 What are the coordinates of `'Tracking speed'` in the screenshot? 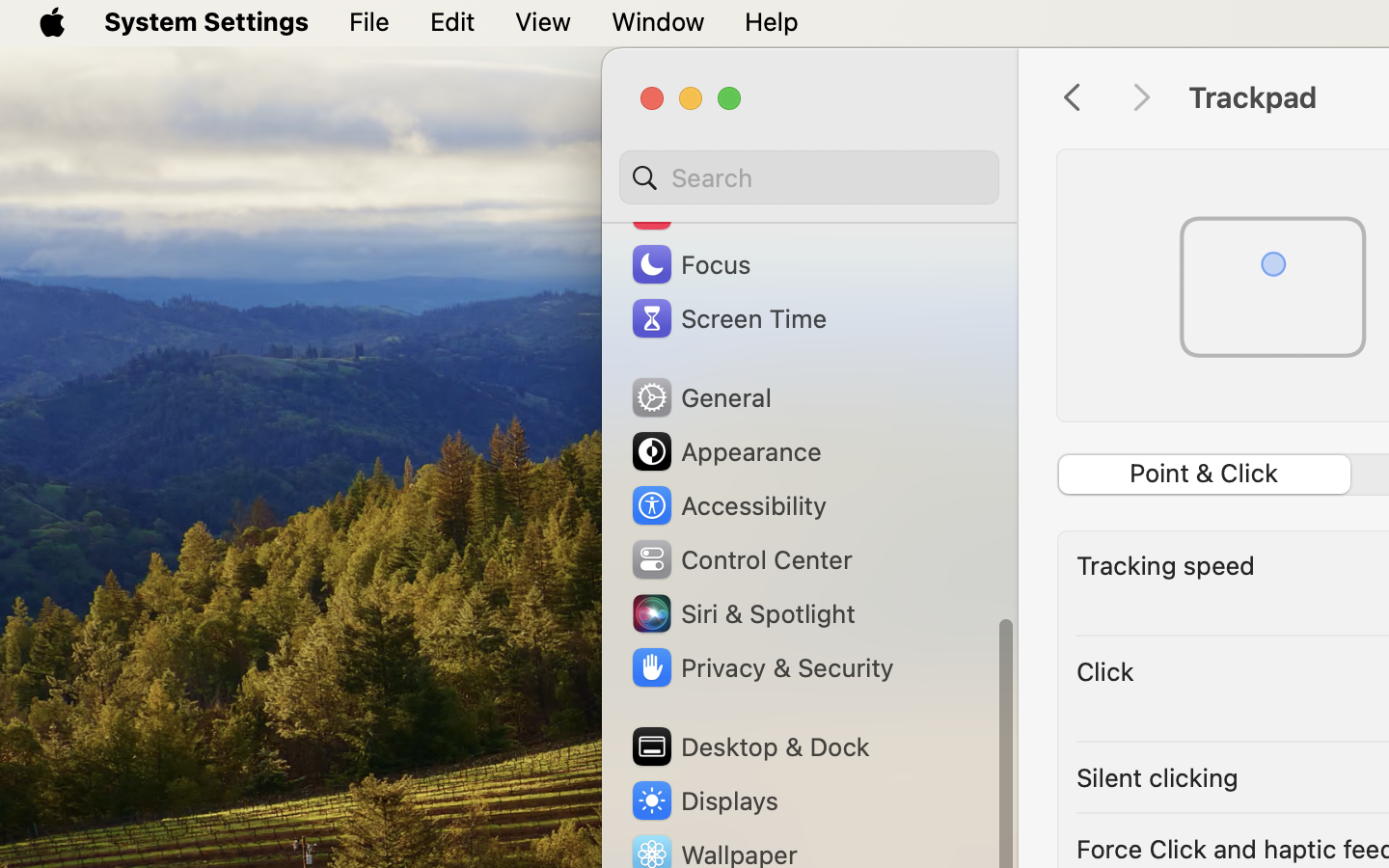 It's located at (1165, 564).